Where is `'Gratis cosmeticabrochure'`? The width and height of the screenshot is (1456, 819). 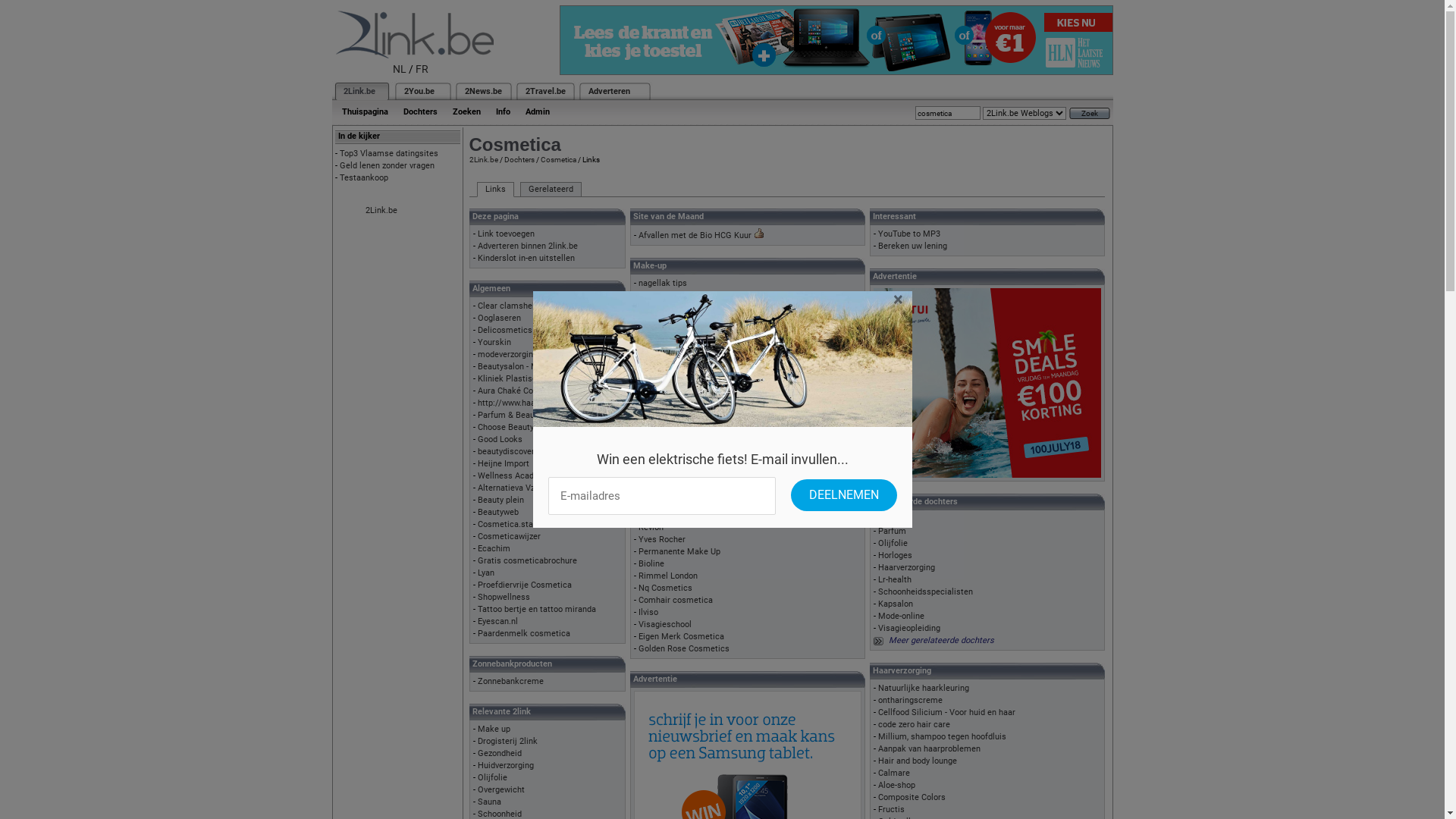 'Gratis cosmeticabrochure' is located at coordinates (527, 560).